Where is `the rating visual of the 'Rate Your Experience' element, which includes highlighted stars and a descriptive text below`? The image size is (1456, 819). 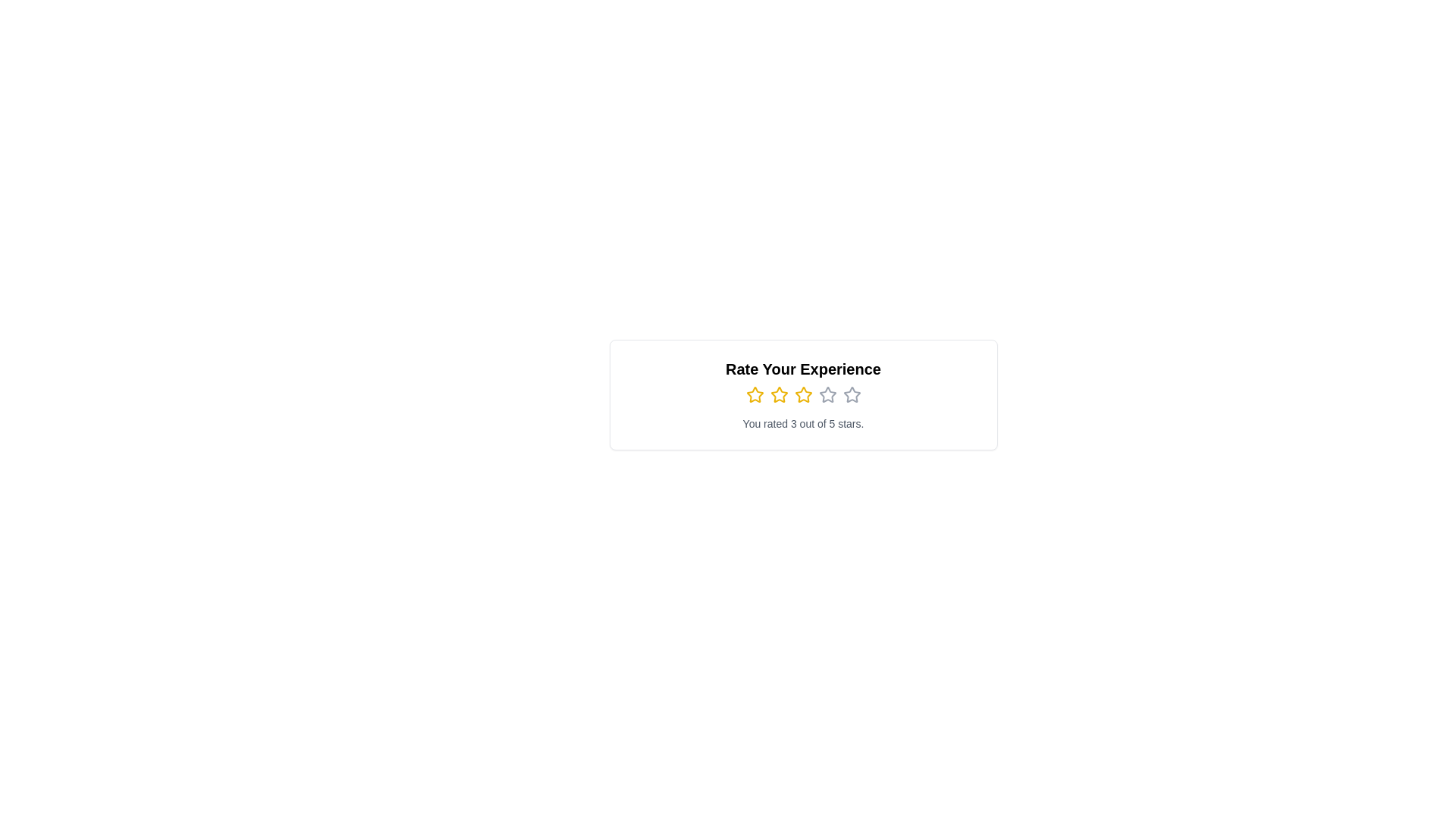
the rating visual of the 'Rate Your Experience' element, which includes highlighted stars and a descriptive text below is located at coordinates (802, 394).